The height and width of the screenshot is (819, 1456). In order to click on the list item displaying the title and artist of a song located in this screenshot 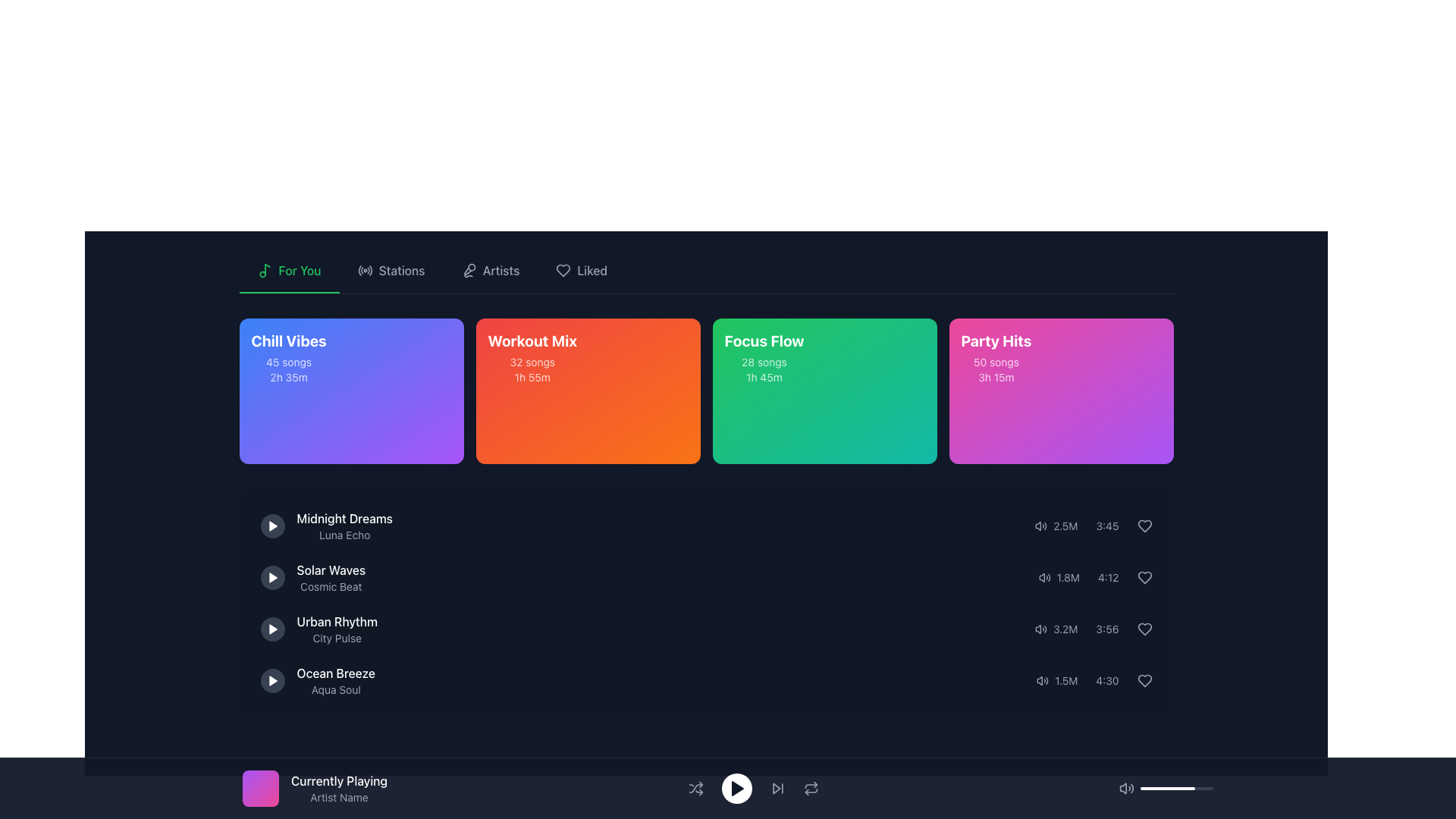, I will do `click(312, 578)`.